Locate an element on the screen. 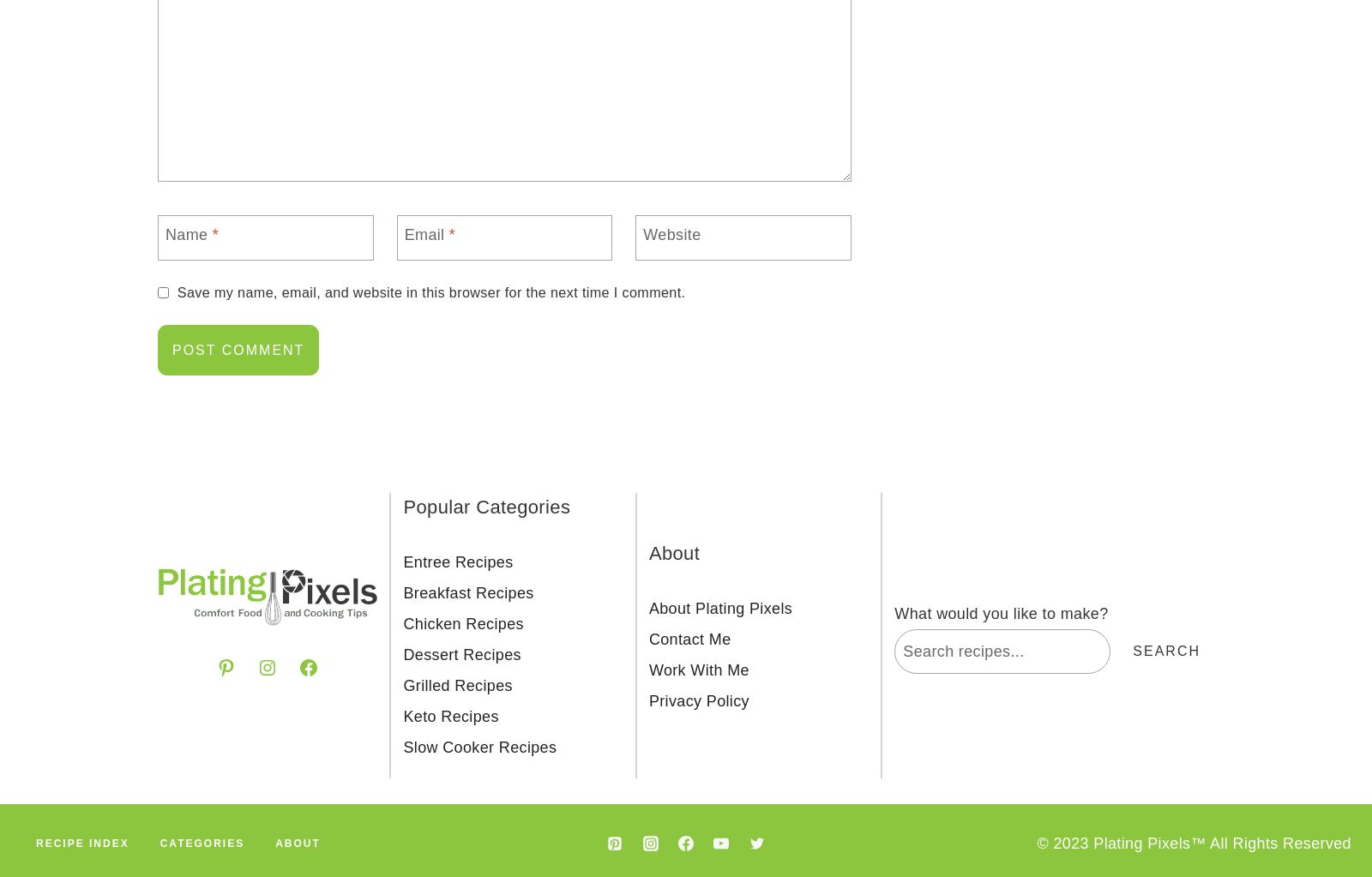  'Keto Recipes' is located at coordinates (449, 715).